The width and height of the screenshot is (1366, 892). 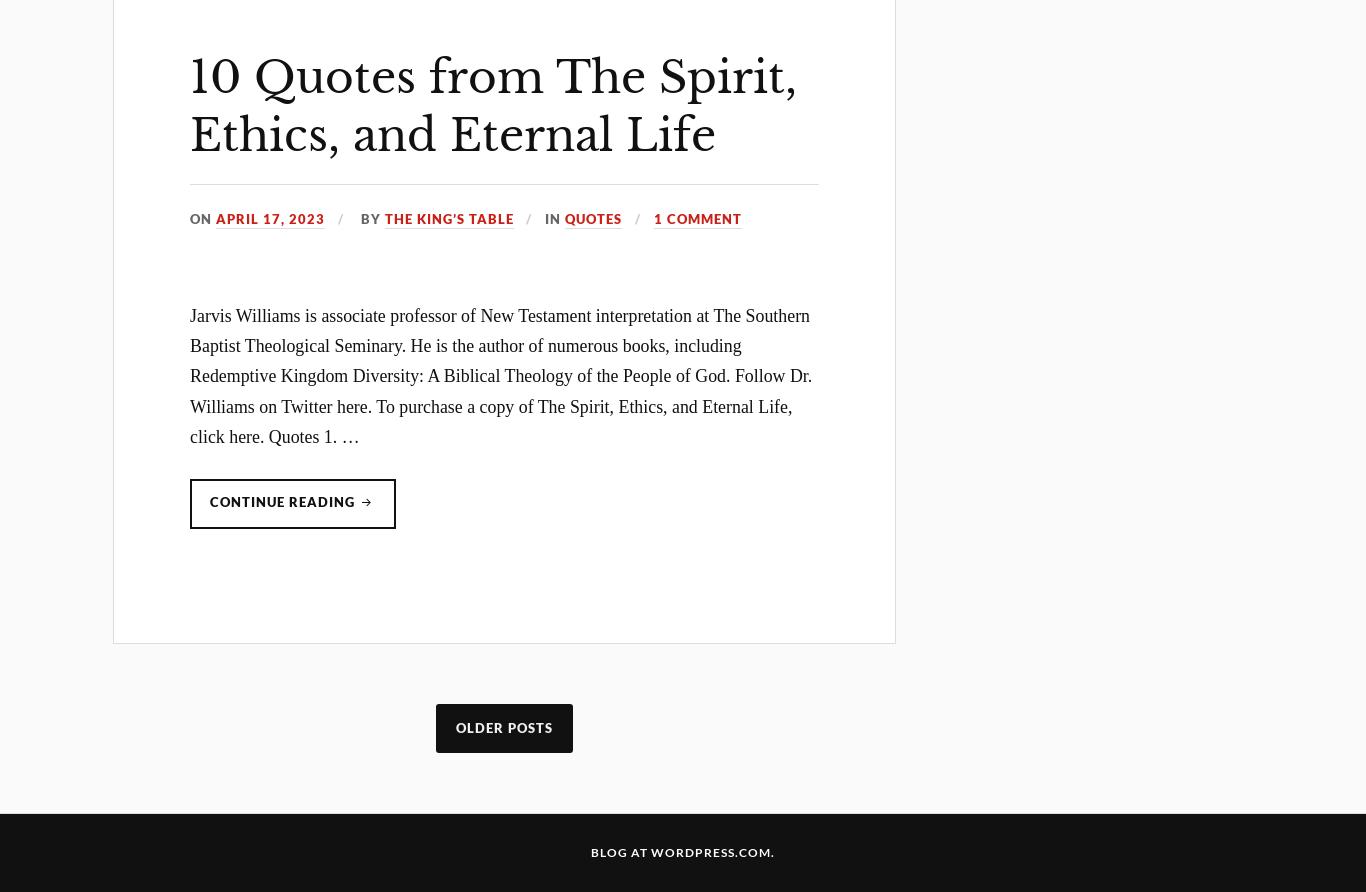 What do you see at coordinates (493, 105) in the screenshot?
I see `'10 Quotes from The Spirit, Ethics, and Eternal Life'` at bounding box center [493, 105].